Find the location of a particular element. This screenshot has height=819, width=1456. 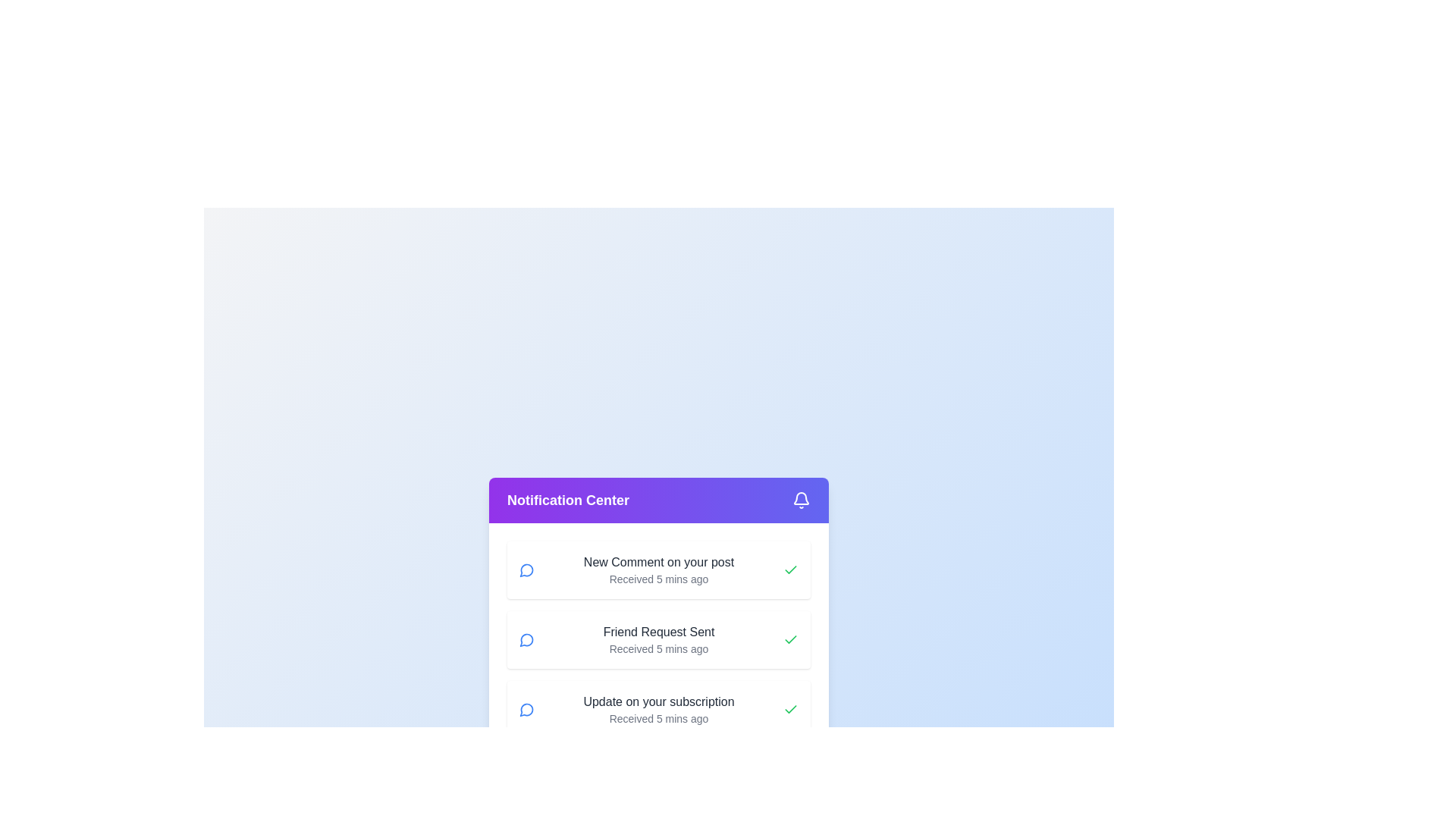

the gray text label stating 'Received 5 mins ago' which is located below the title 'Update on your subscription' within the notification card is located at coordinates (658, 718).